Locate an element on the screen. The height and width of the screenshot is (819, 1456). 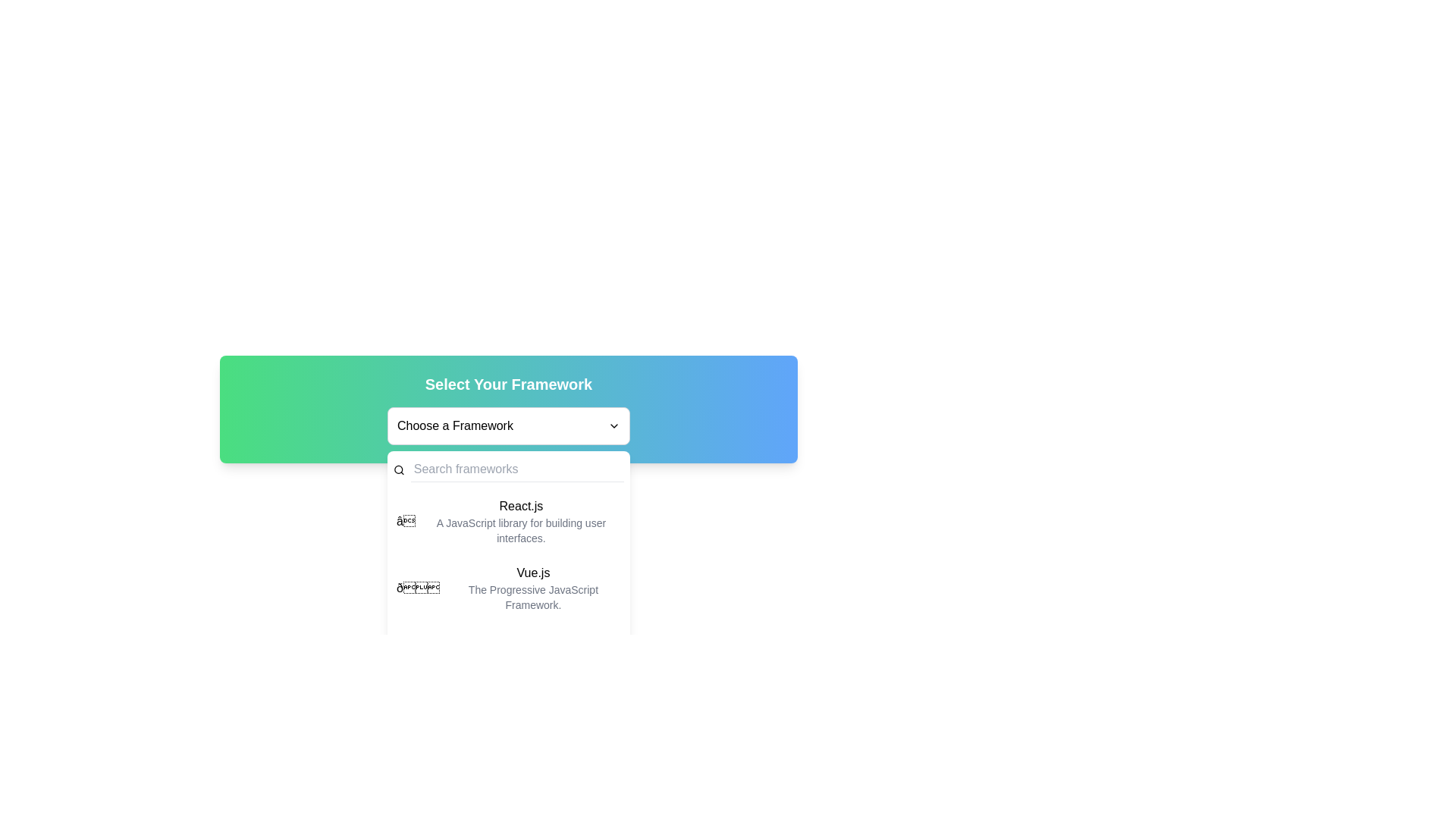
the decorative emoji icon at the beginning of the Vue.js row, which signifies an important feature of the Vue.js framework is located at coordinates (418, 587).